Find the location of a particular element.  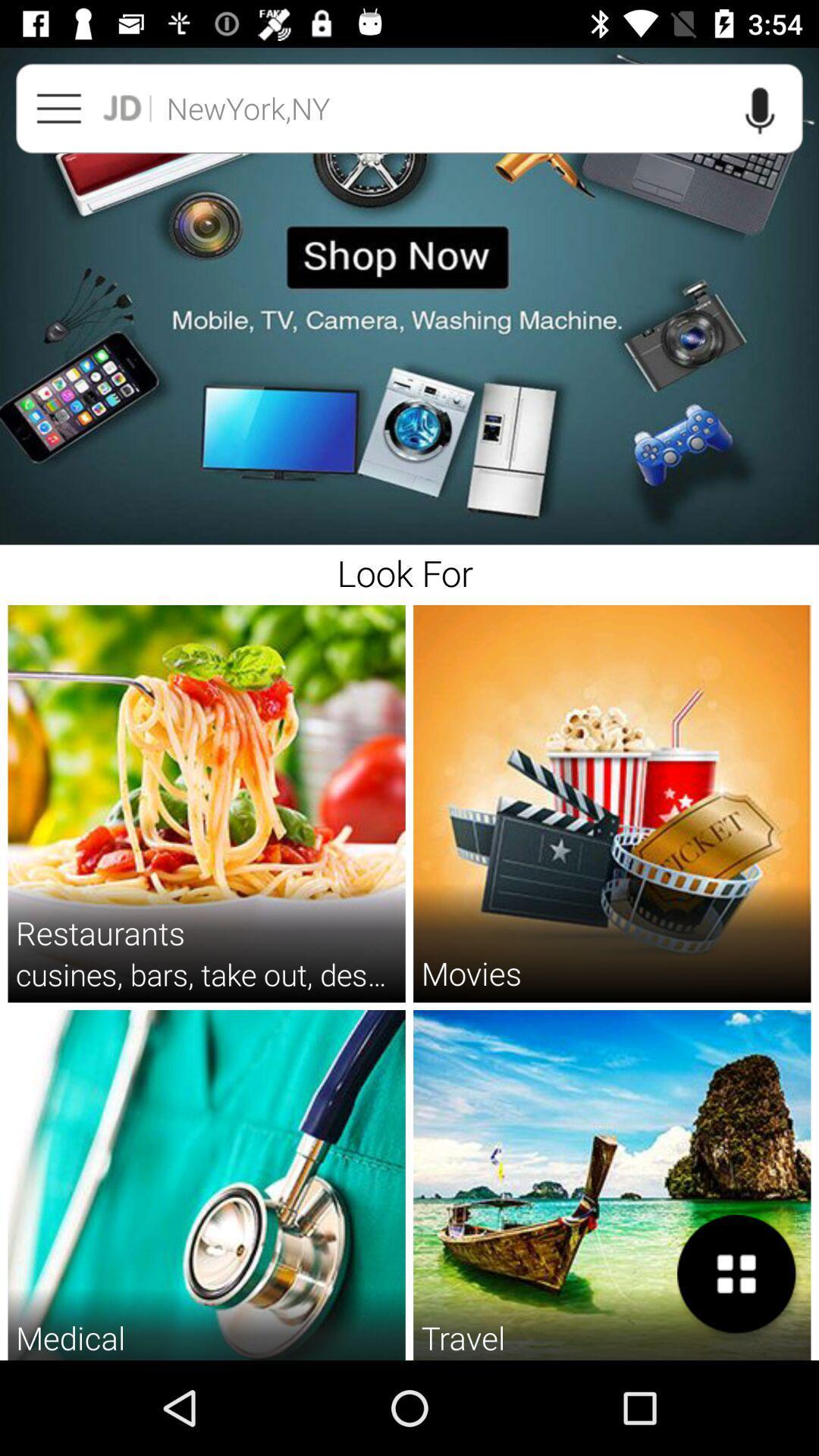

travel item is located at coordinates (463, 1337).